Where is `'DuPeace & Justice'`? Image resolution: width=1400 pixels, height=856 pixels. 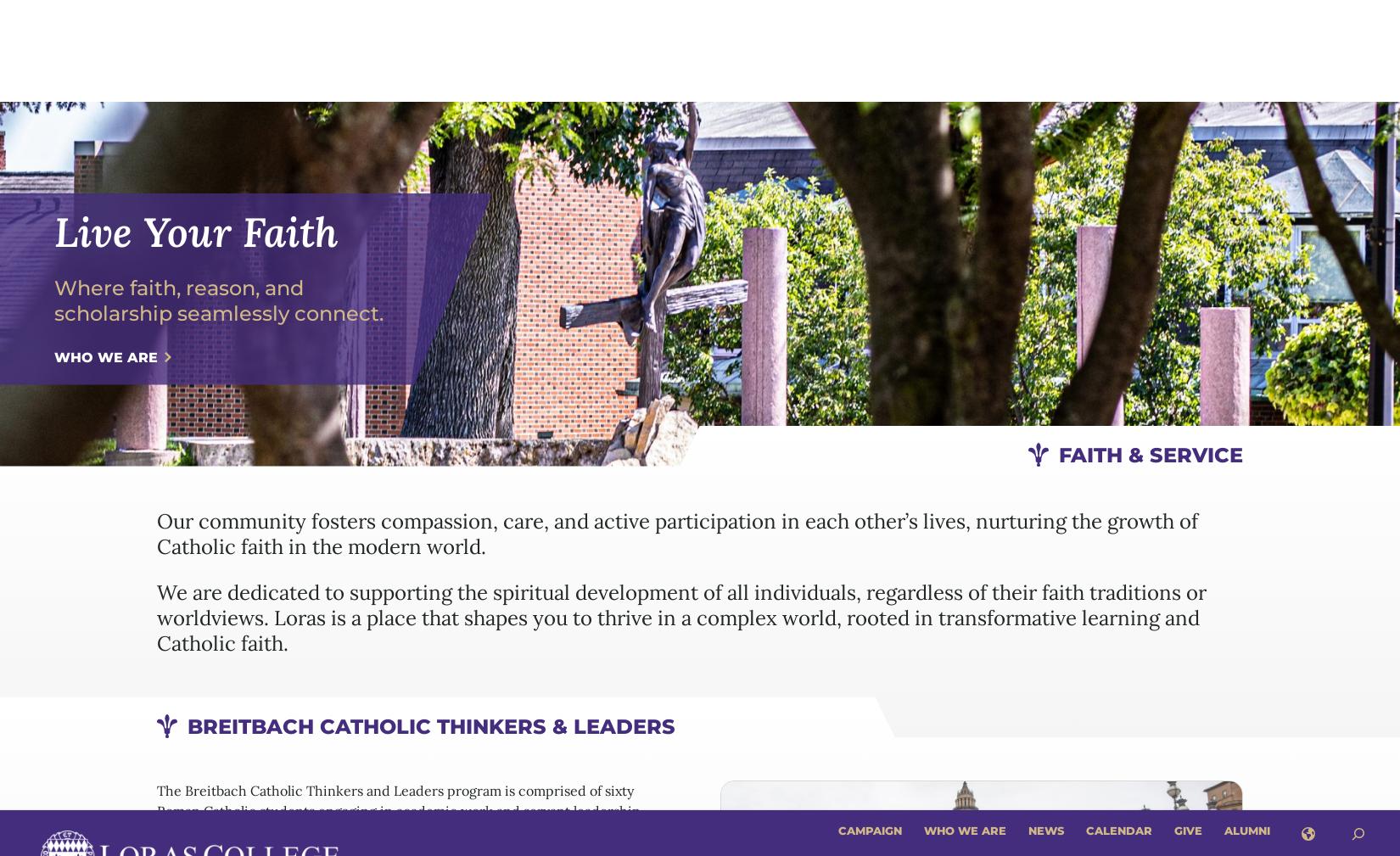
'DuPeace & Justice' is located at coordinates (790, 440).